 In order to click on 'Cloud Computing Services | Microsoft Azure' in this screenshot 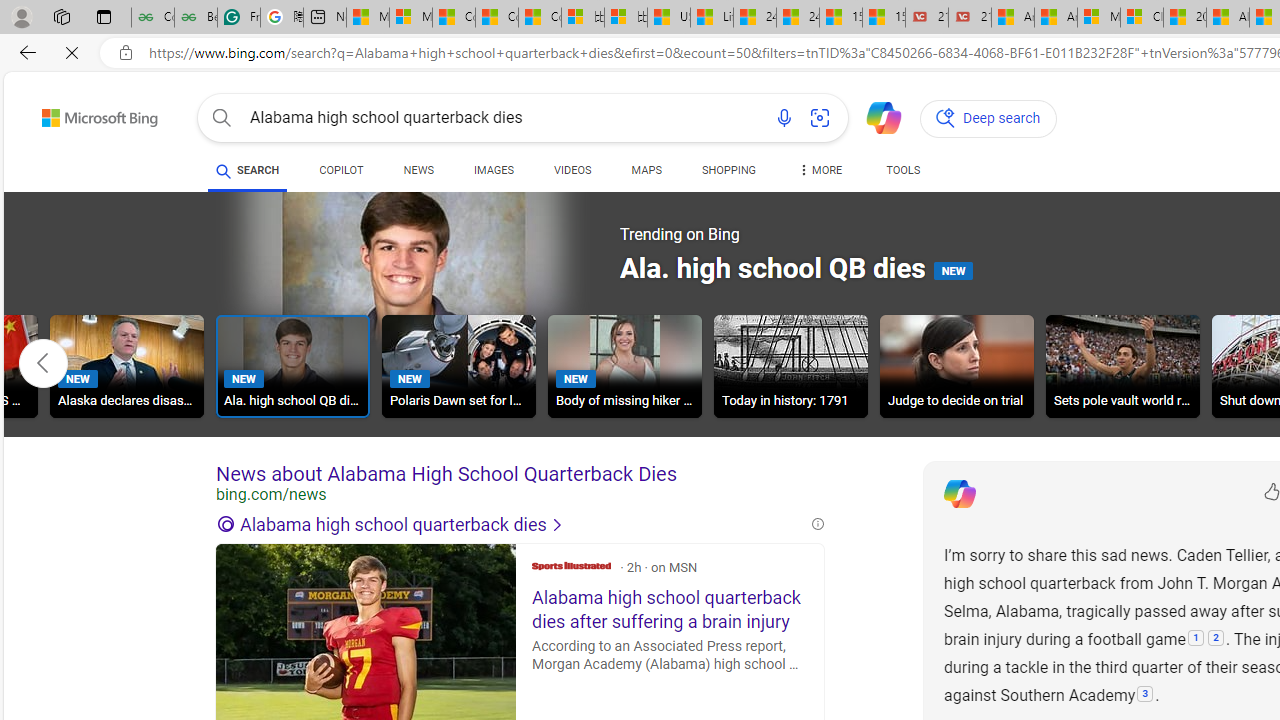, I will do `click(1142, 17)`.